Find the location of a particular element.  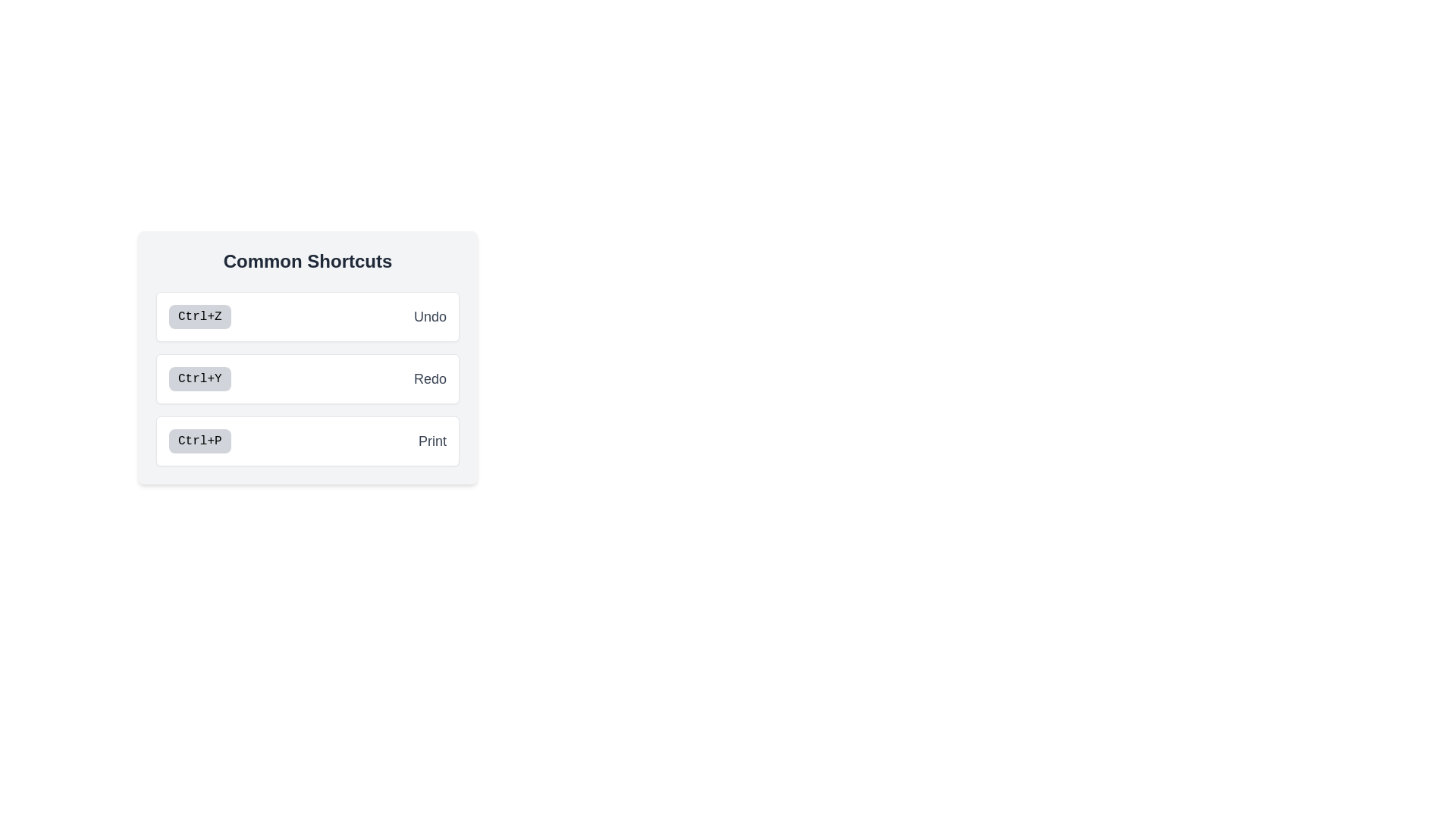

the text label displaying 'Ctrl+Z', which has a light gray background and a button-like appearance, located in the first row of a list-like structure is located at coordinates (199, 315).